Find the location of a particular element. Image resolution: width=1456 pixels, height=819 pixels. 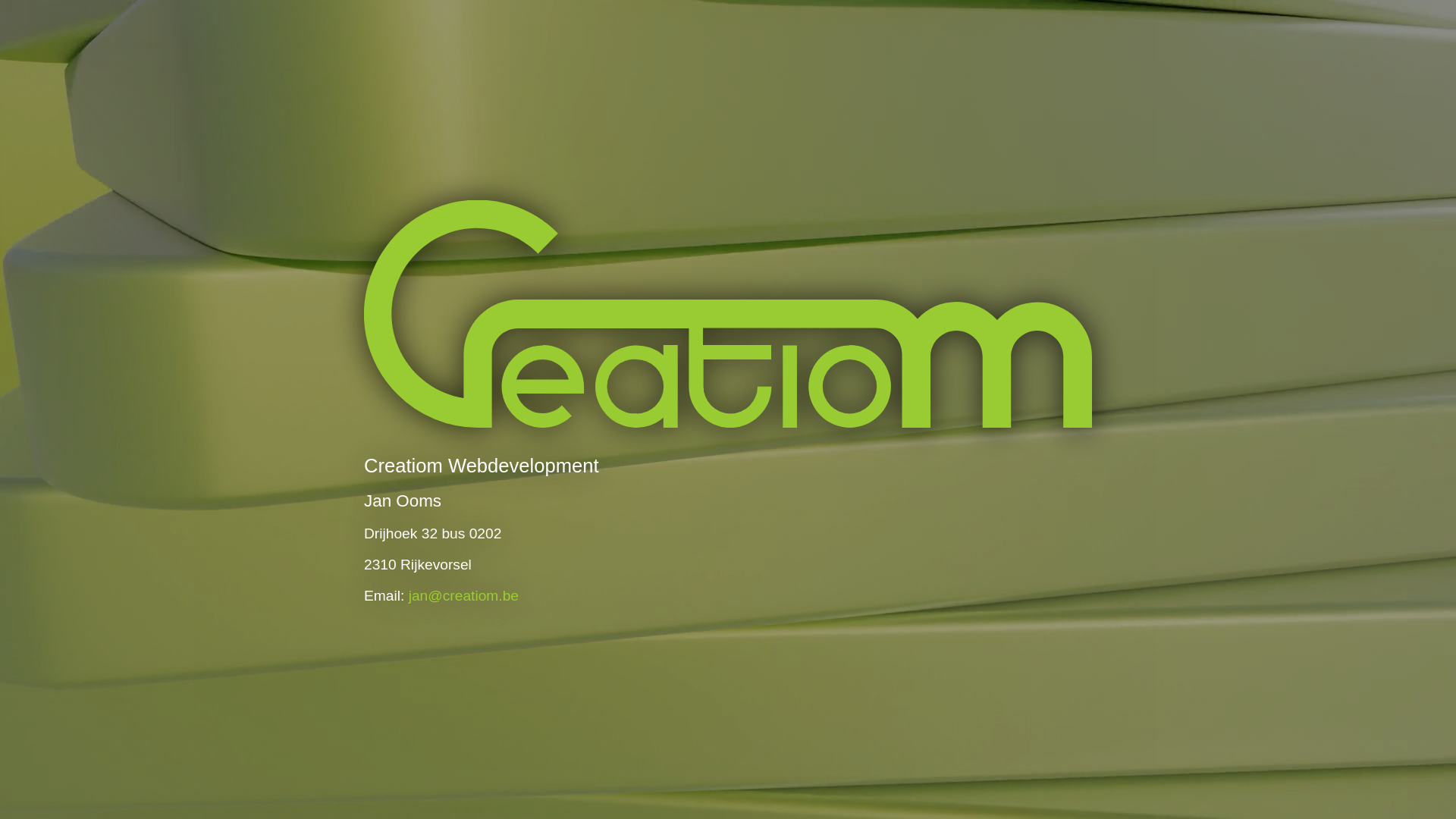

'jan@creatiom.be' is located at coordinates (408, 595).